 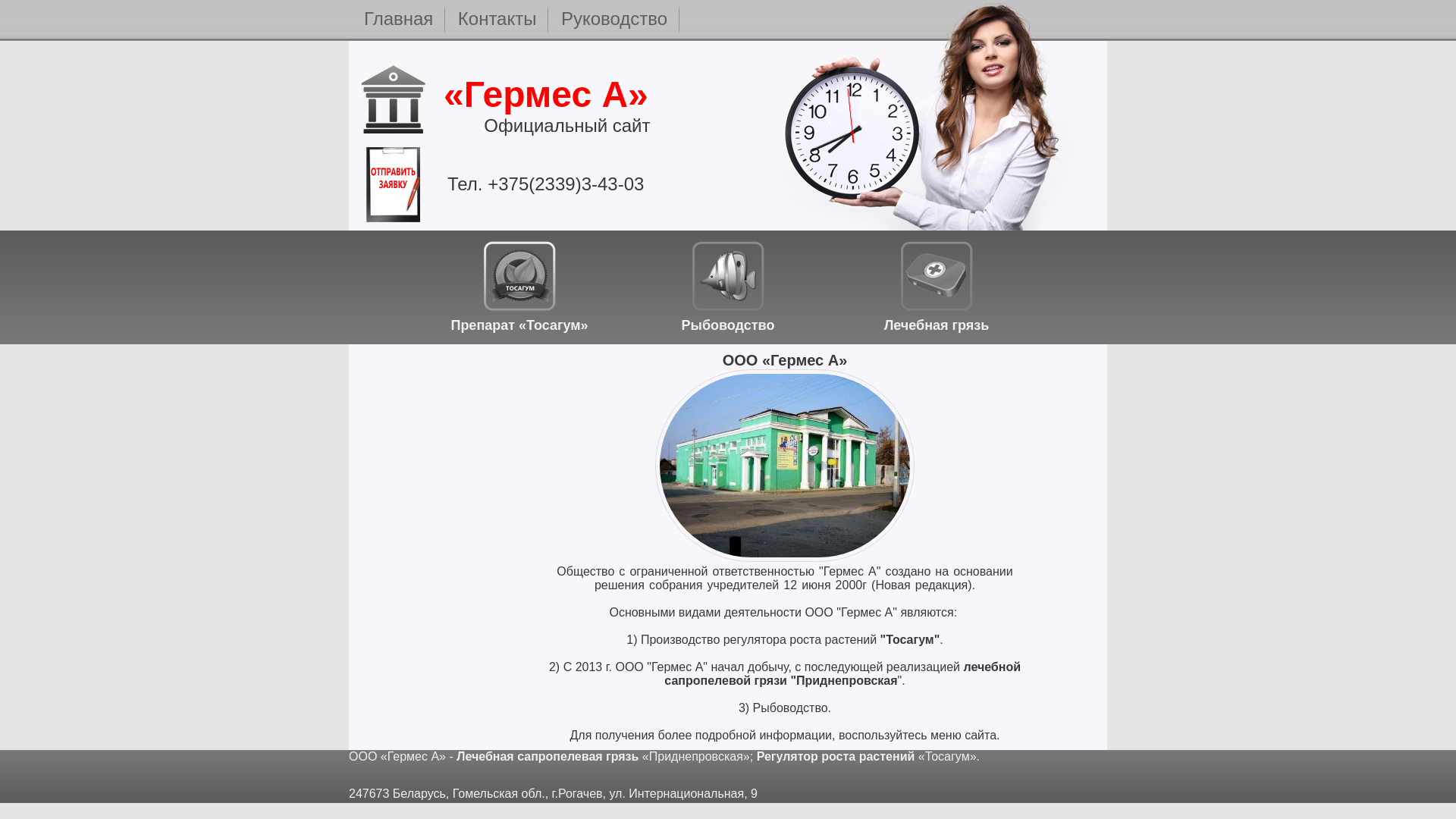 What do you see at coordinates (1095, 775) in the screenshot?
I see `'LiveInternet'` at bounding box center [1095, 775].